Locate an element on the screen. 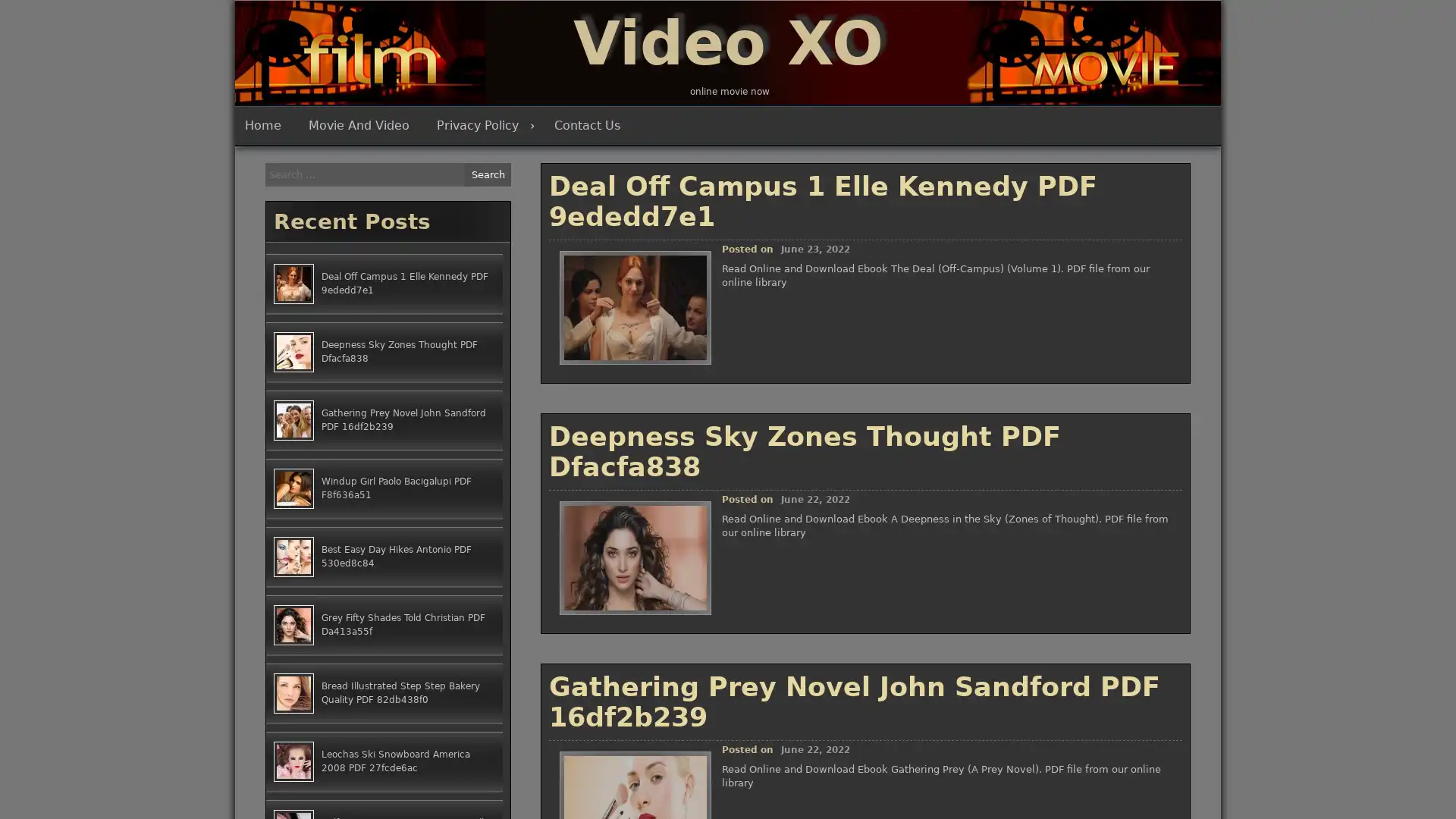  Search is located at coordinates (488, 174).